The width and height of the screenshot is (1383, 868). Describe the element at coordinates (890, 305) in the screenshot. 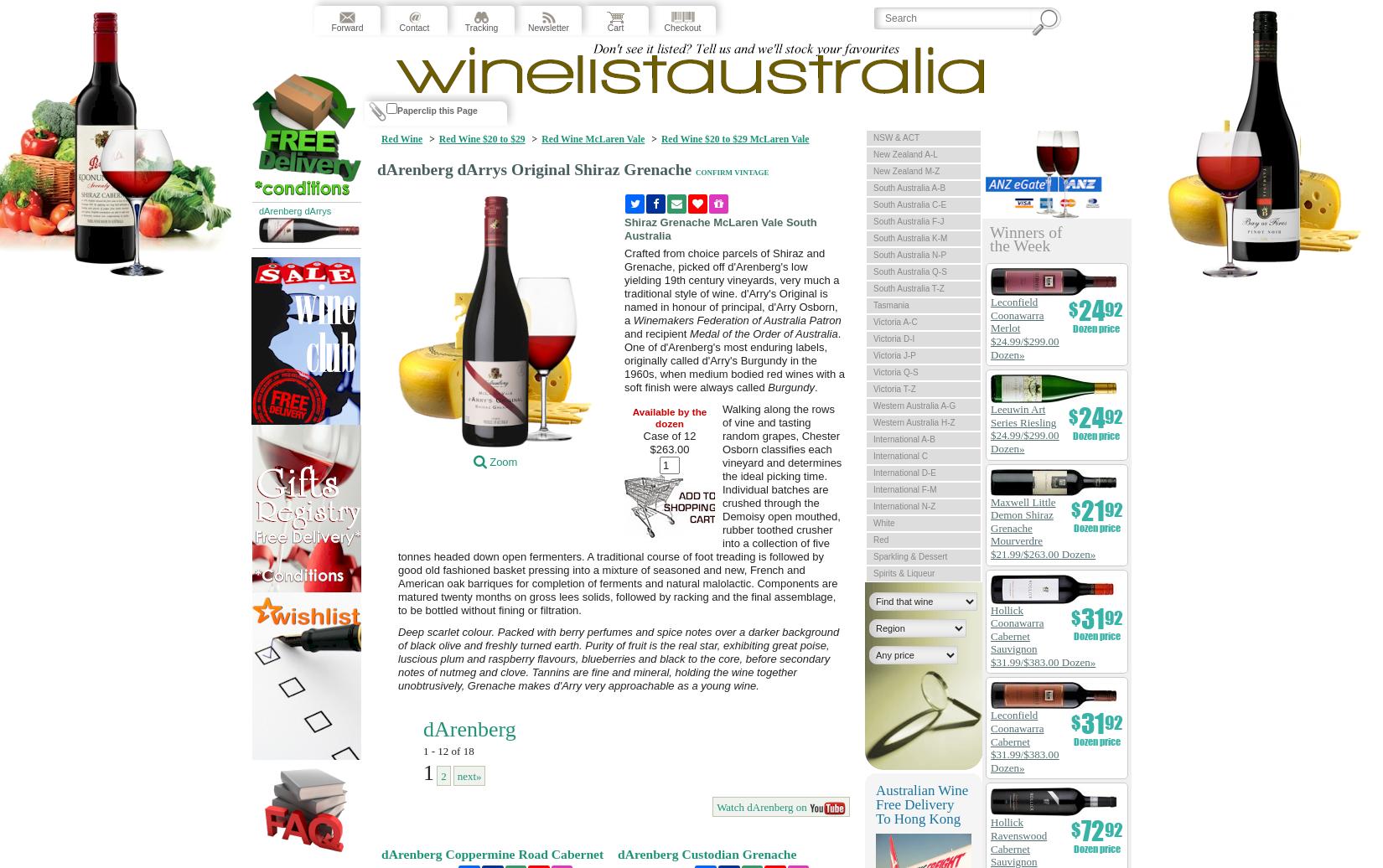

I see `'Tasmania'` at that location.